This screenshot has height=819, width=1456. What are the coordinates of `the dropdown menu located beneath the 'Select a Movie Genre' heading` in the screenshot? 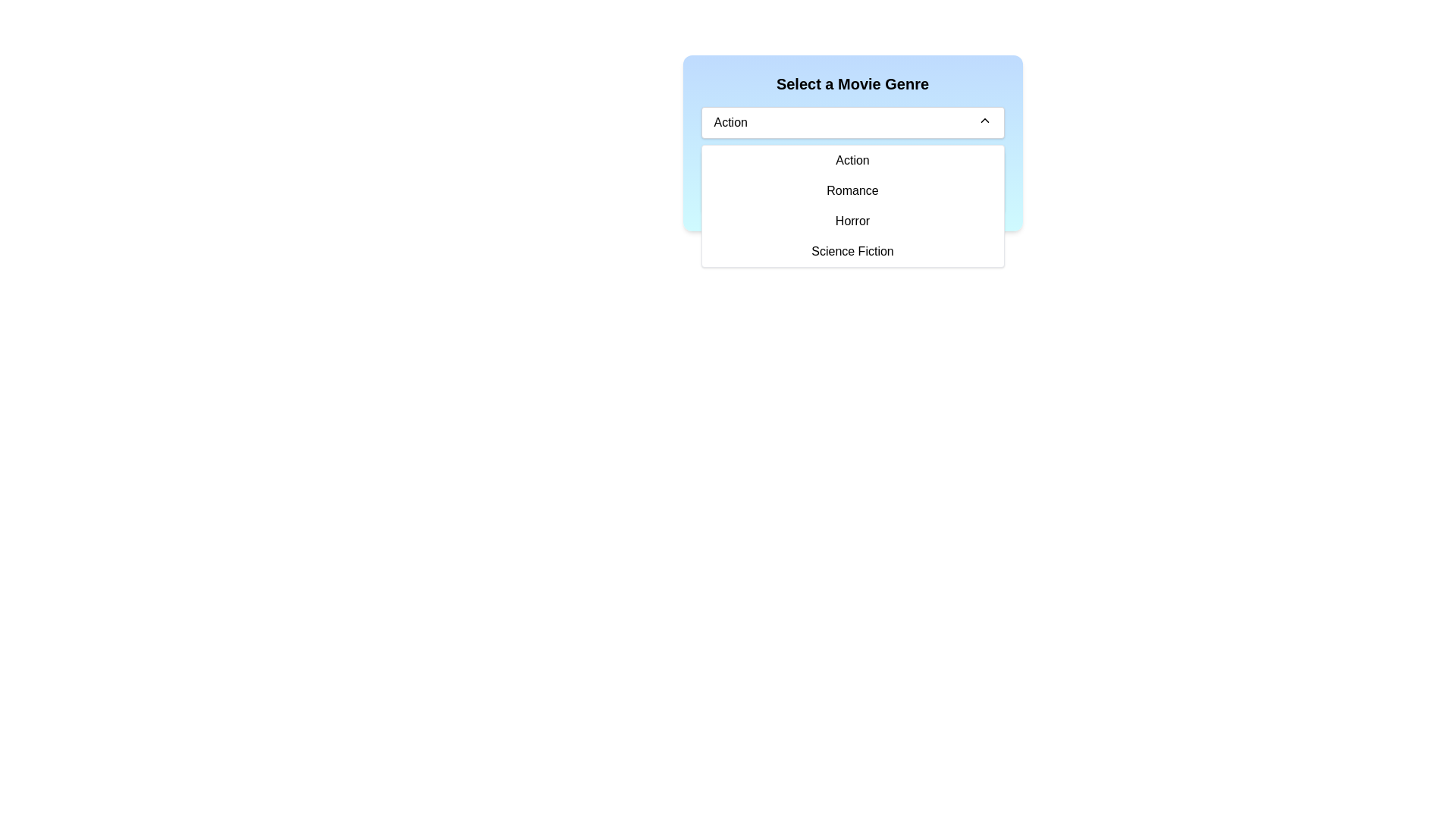 It's located at (852, 143).